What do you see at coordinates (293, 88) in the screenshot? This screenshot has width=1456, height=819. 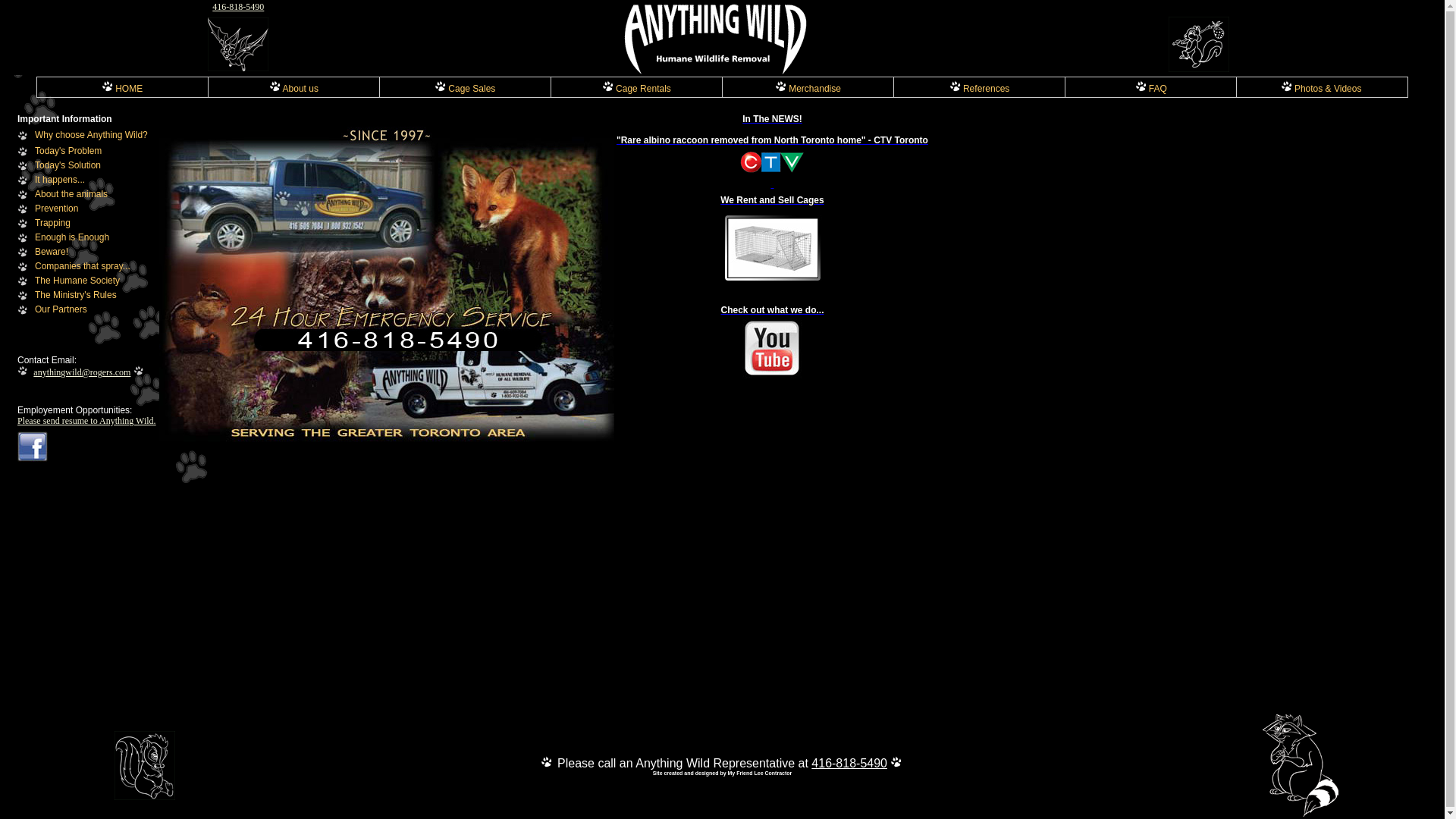 I see `'About us'` at bounding box center [293, 88].